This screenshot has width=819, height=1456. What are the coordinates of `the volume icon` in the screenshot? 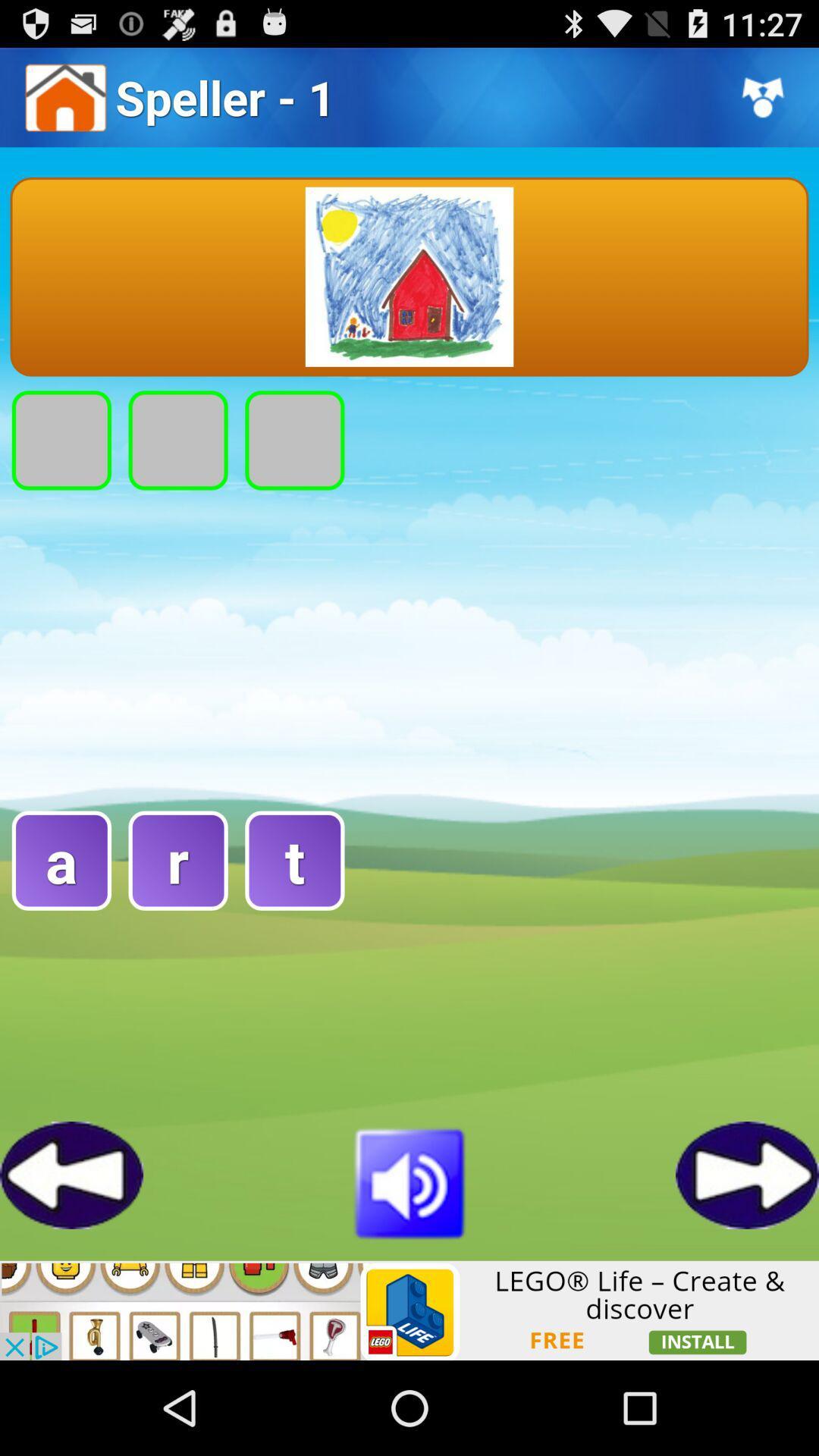 It's located at (409, 1264).